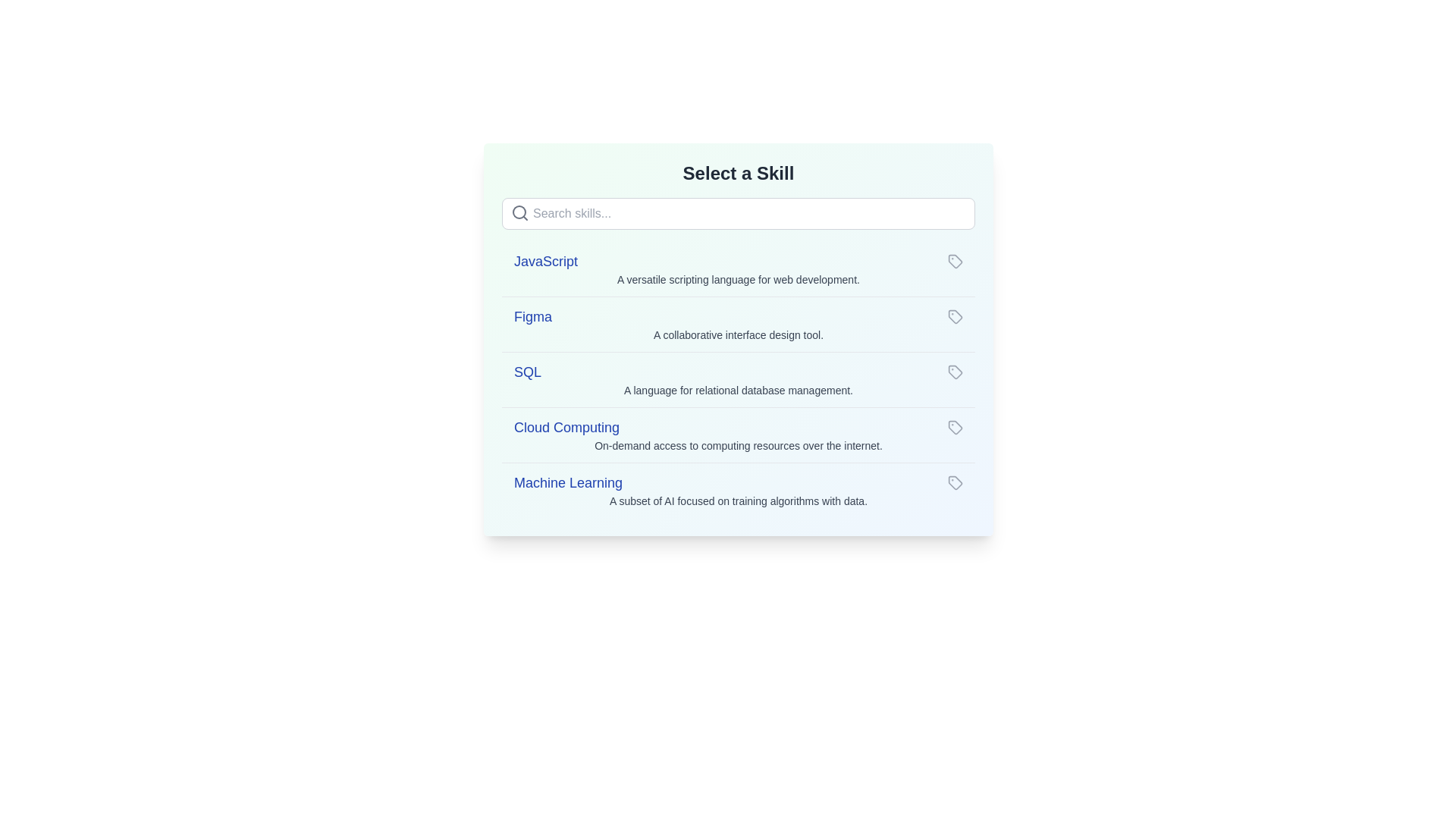  I want to click on the descriptive subtext text label located below the 'Cloud Computing' heading, which provides additional details about the purpose of this option, so click(739, 444).